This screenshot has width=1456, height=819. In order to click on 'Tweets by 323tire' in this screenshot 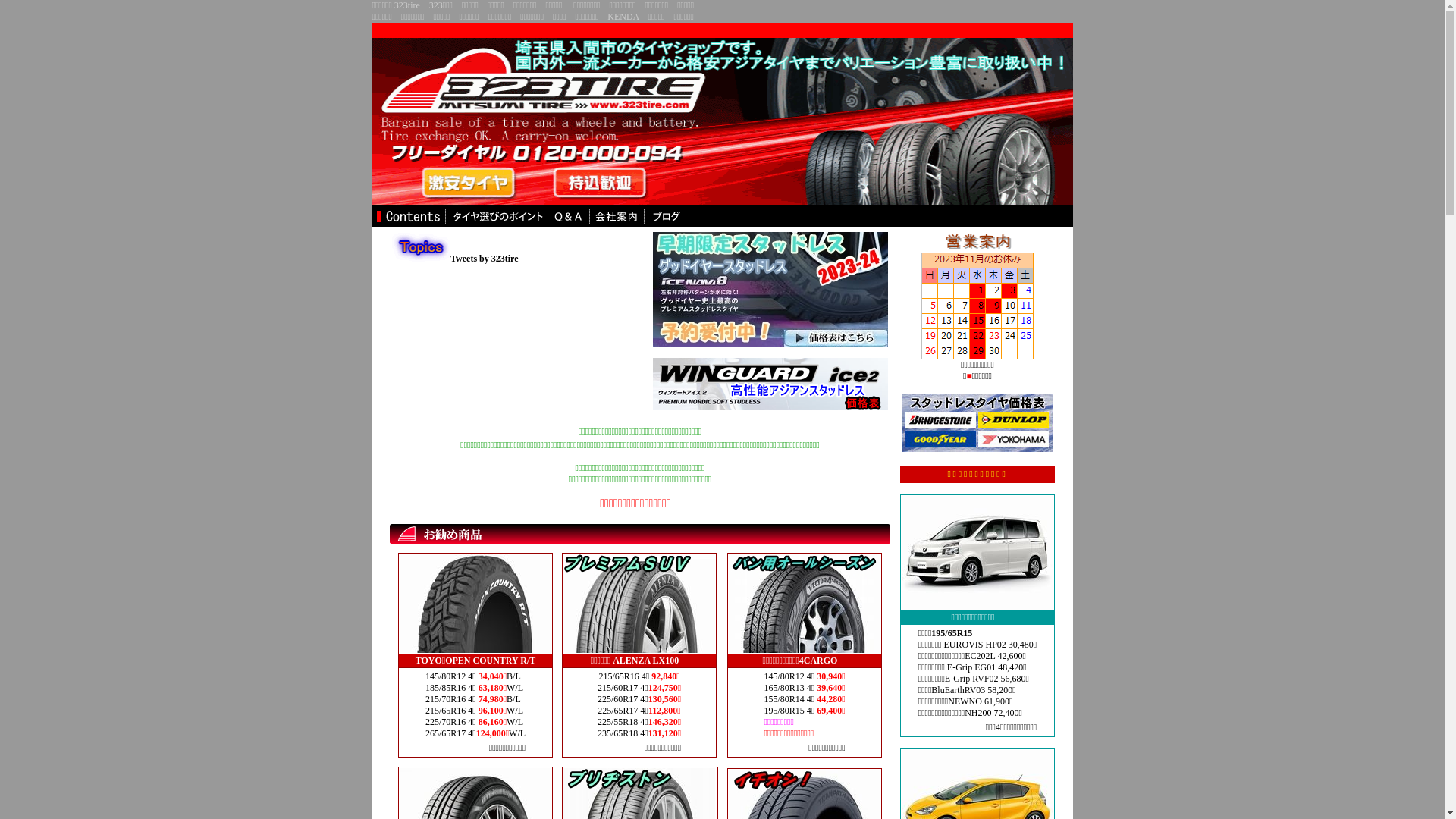, I will do `click(483, 257)`.